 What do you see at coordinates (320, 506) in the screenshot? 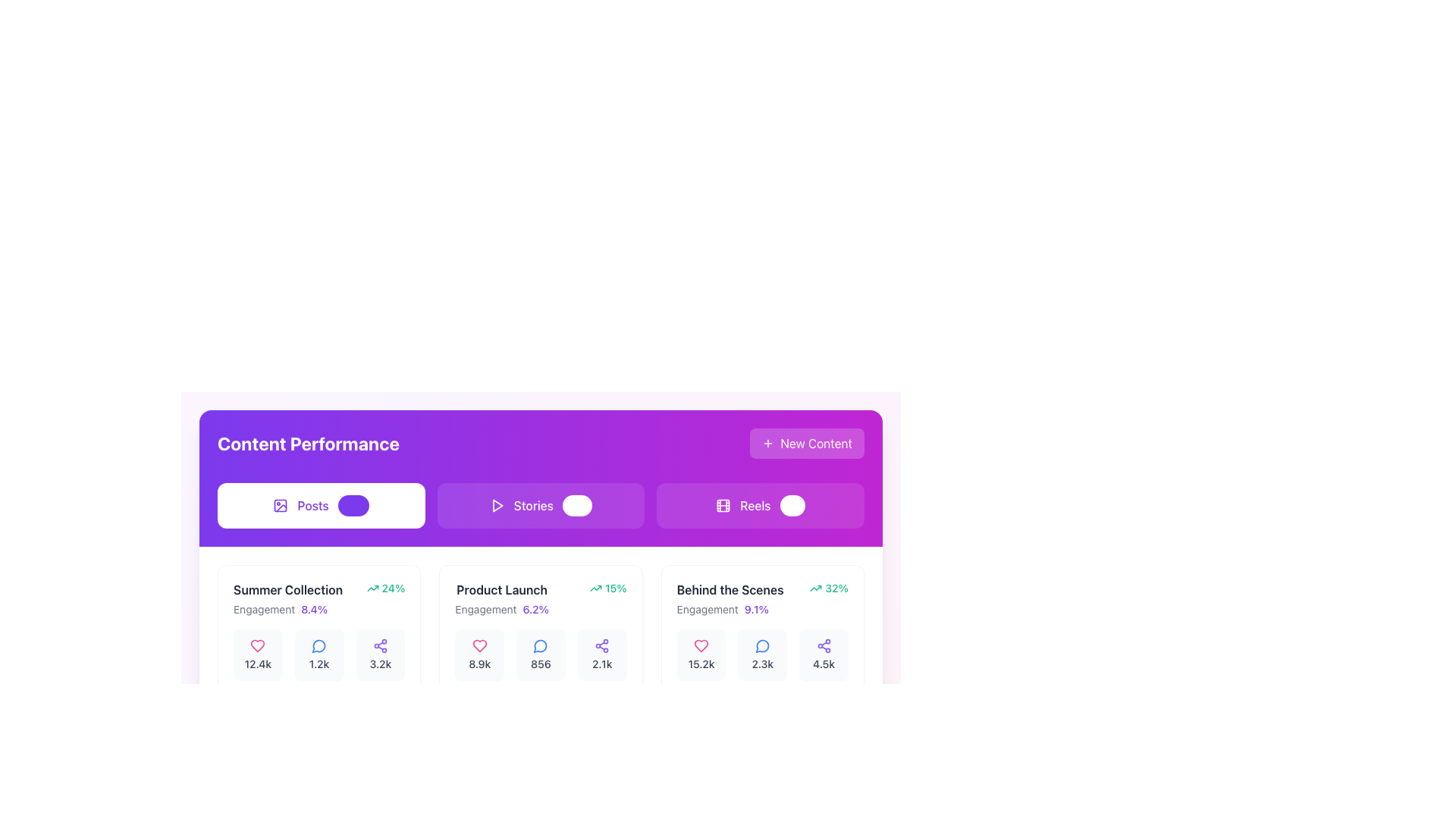
I see `the 'Posts' button with a white background and a photo icon to filter or display posts` at bounding box center [320, 506].